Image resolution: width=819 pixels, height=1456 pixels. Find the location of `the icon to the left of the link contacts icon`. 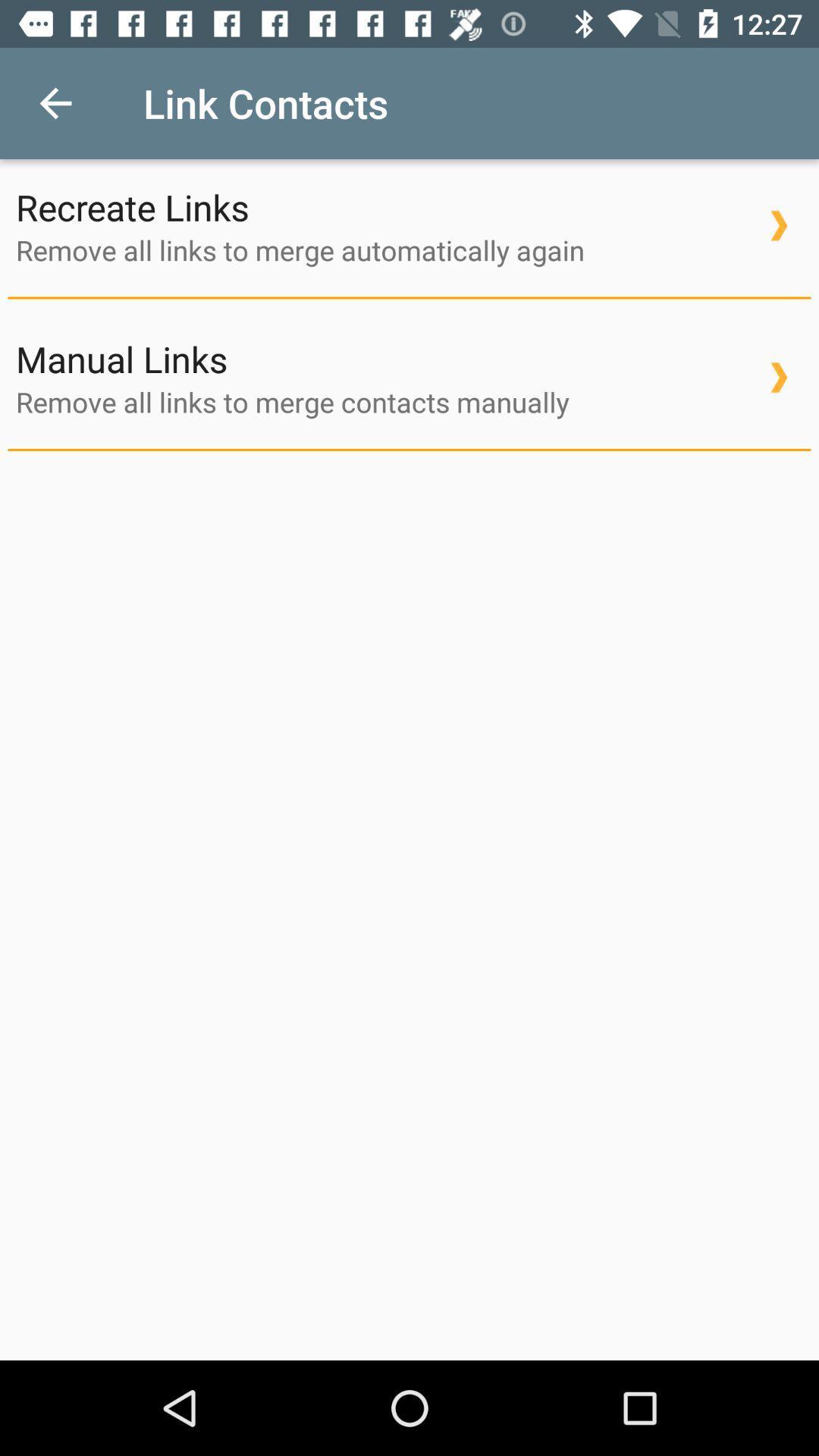

the icon to the left of the link contacts icon is located at coordinates (55, 102).